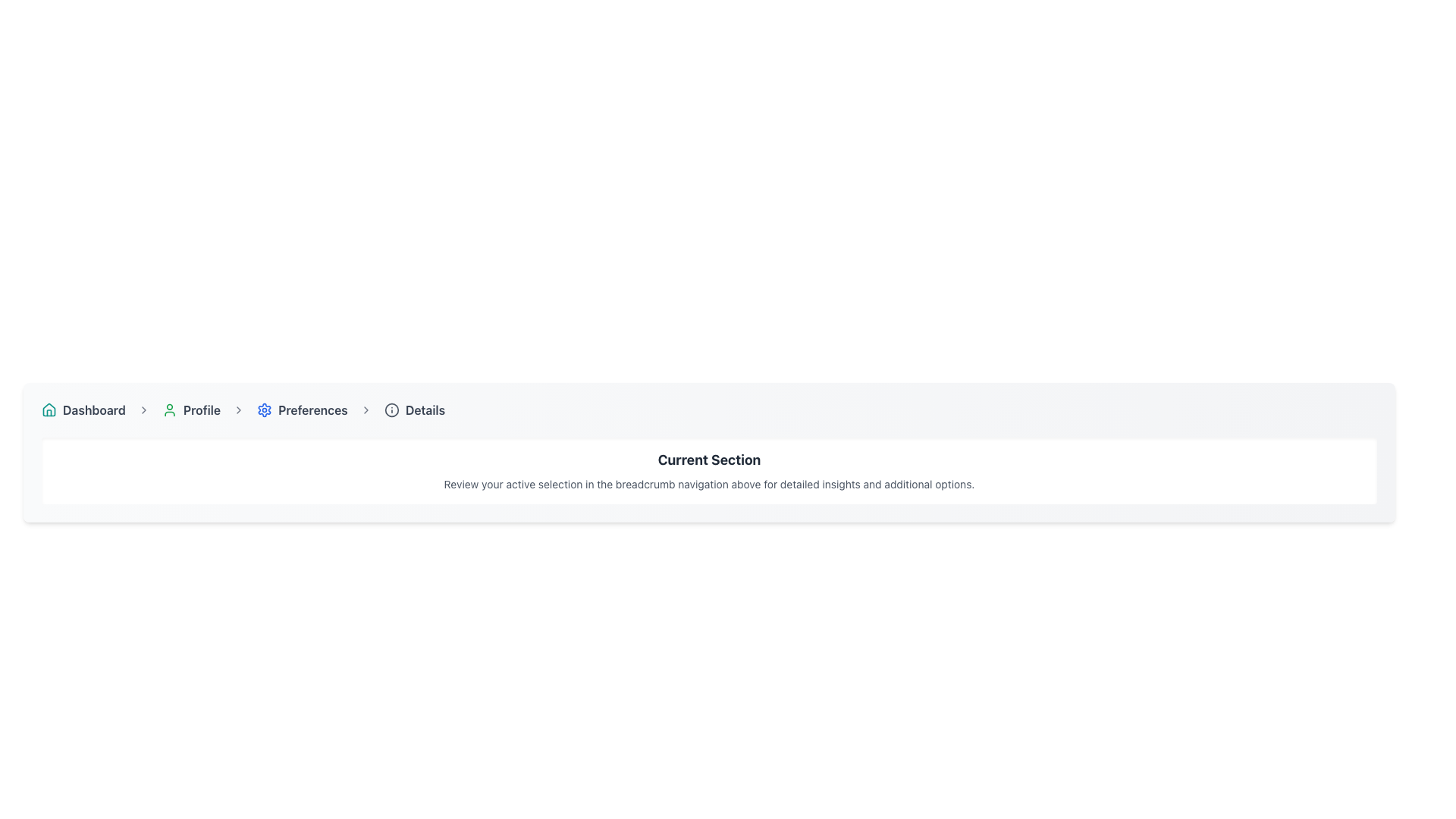 Image resolution: width=1456 pixels, height=819 pixels. Describe the element at coordinates (201, 409) in the screenshot. I see `the 'Profile' label in the breadcrumb navigation bar, which is the second element following 'Dashboard' and preceding 'Preferences'` at that location.